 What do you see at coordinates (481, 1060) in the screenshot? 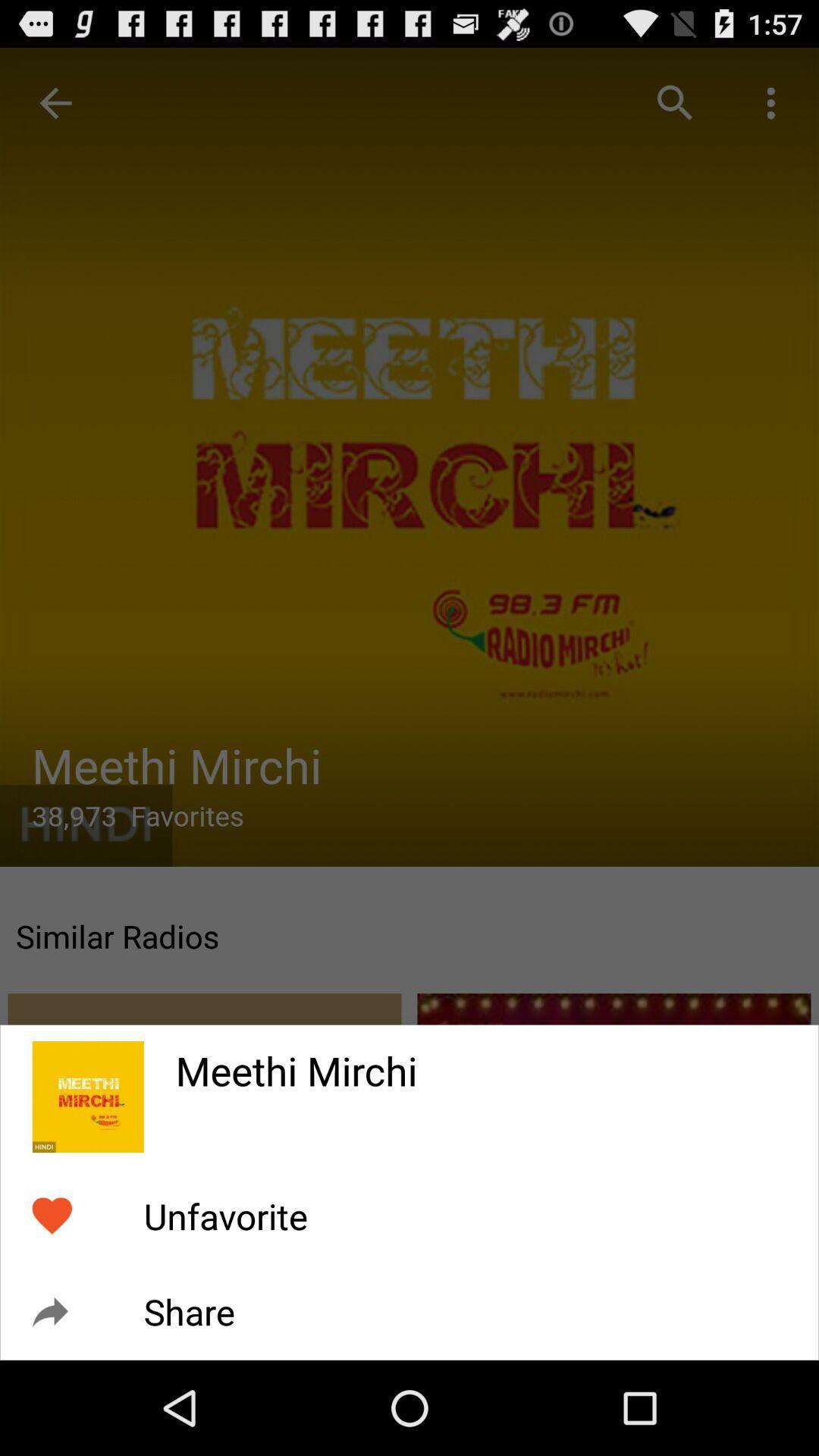
I see `meethi mirchi` at bounding box center [481, 1060].